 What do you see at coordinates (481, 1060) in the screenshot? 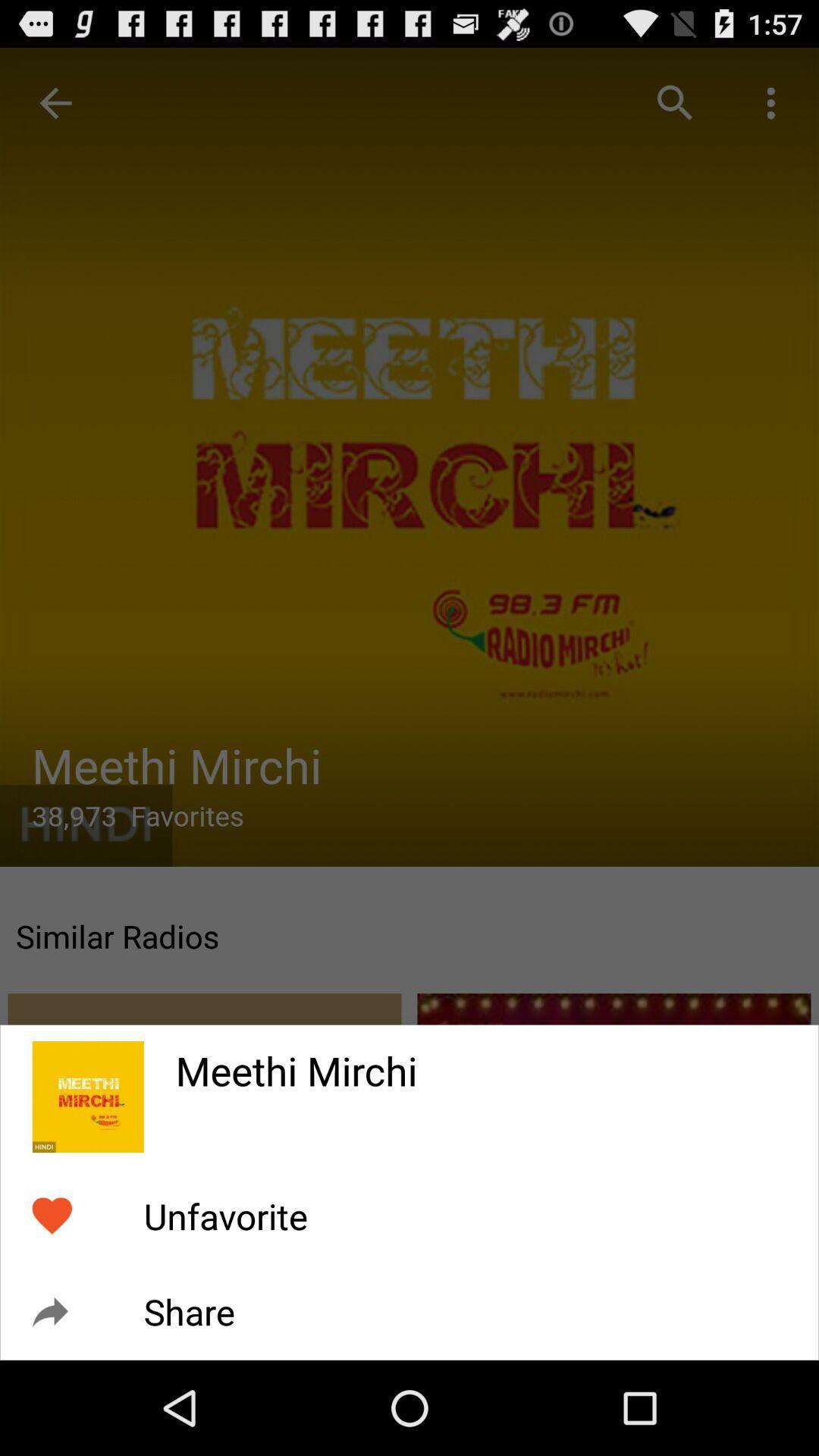
I see `meethi mirchi` at bounding box center [481, 1060].